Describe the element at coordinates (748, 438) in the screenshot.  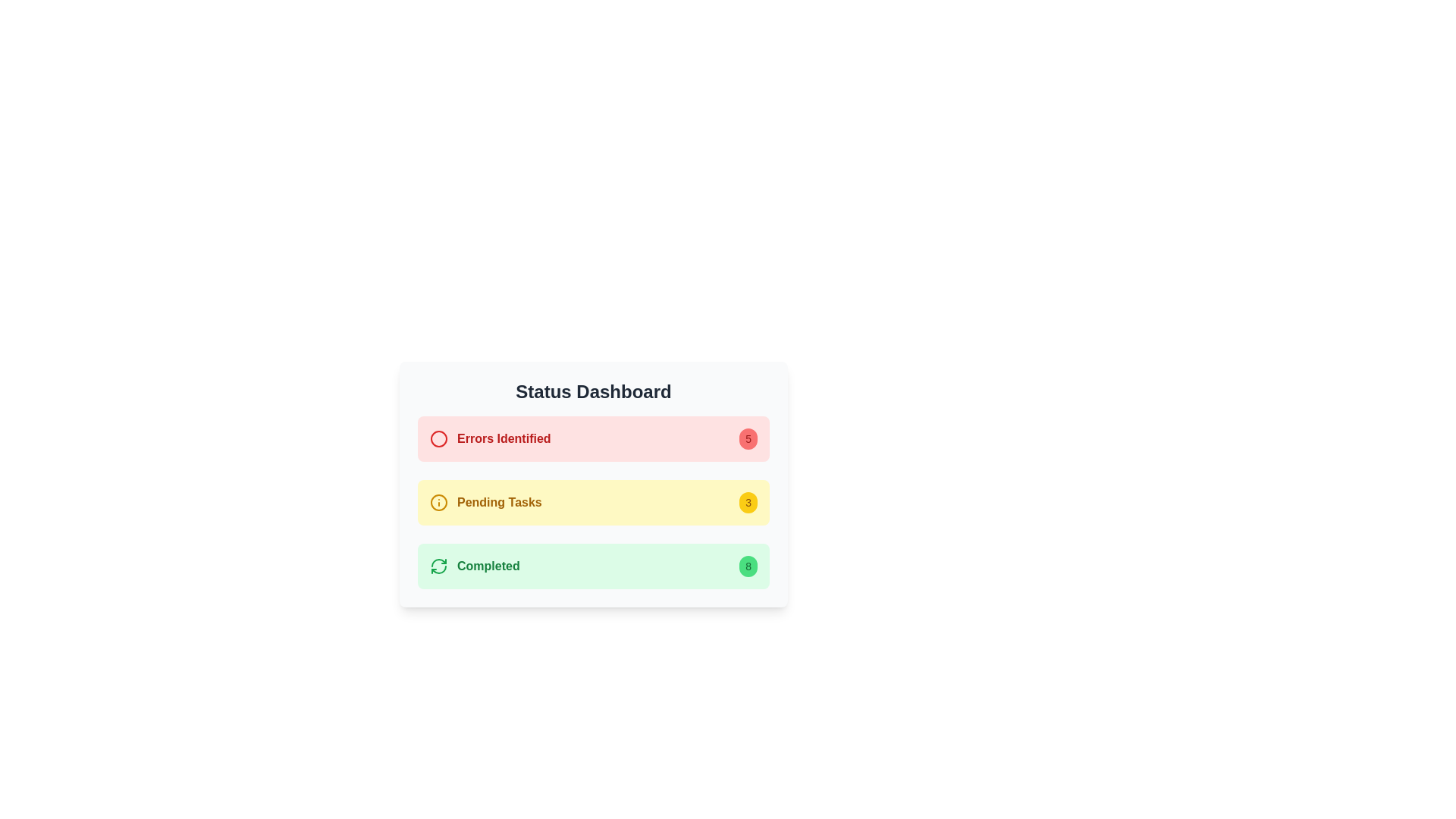
I see `the badge indicating the number of errors identified` at that location.